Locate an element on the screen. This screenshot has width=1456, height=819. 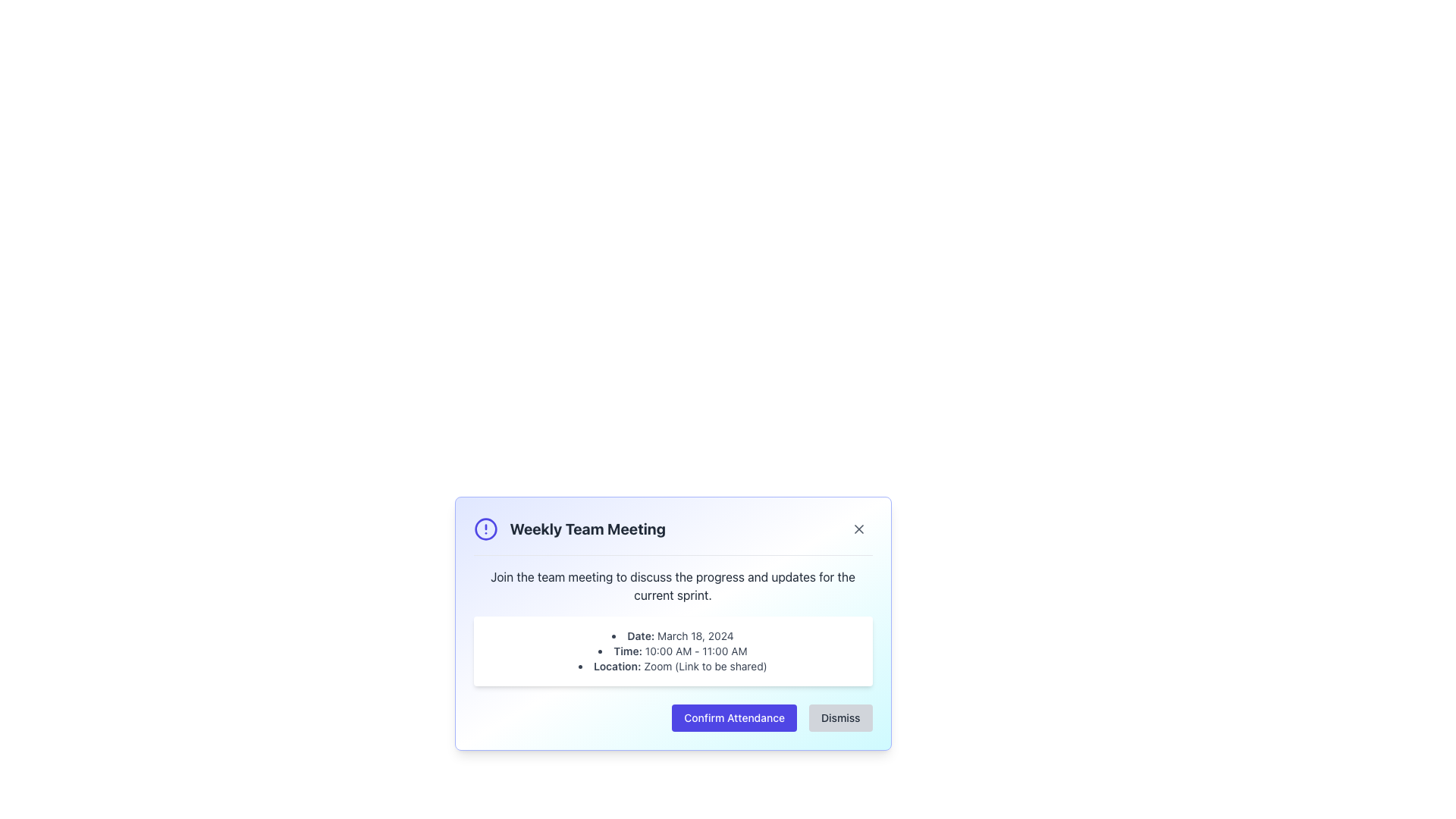
the bolded text label displaying 'Time:' which is located under the 'Date' line in the meeting details dialog box is located at coordinates (628, 650).